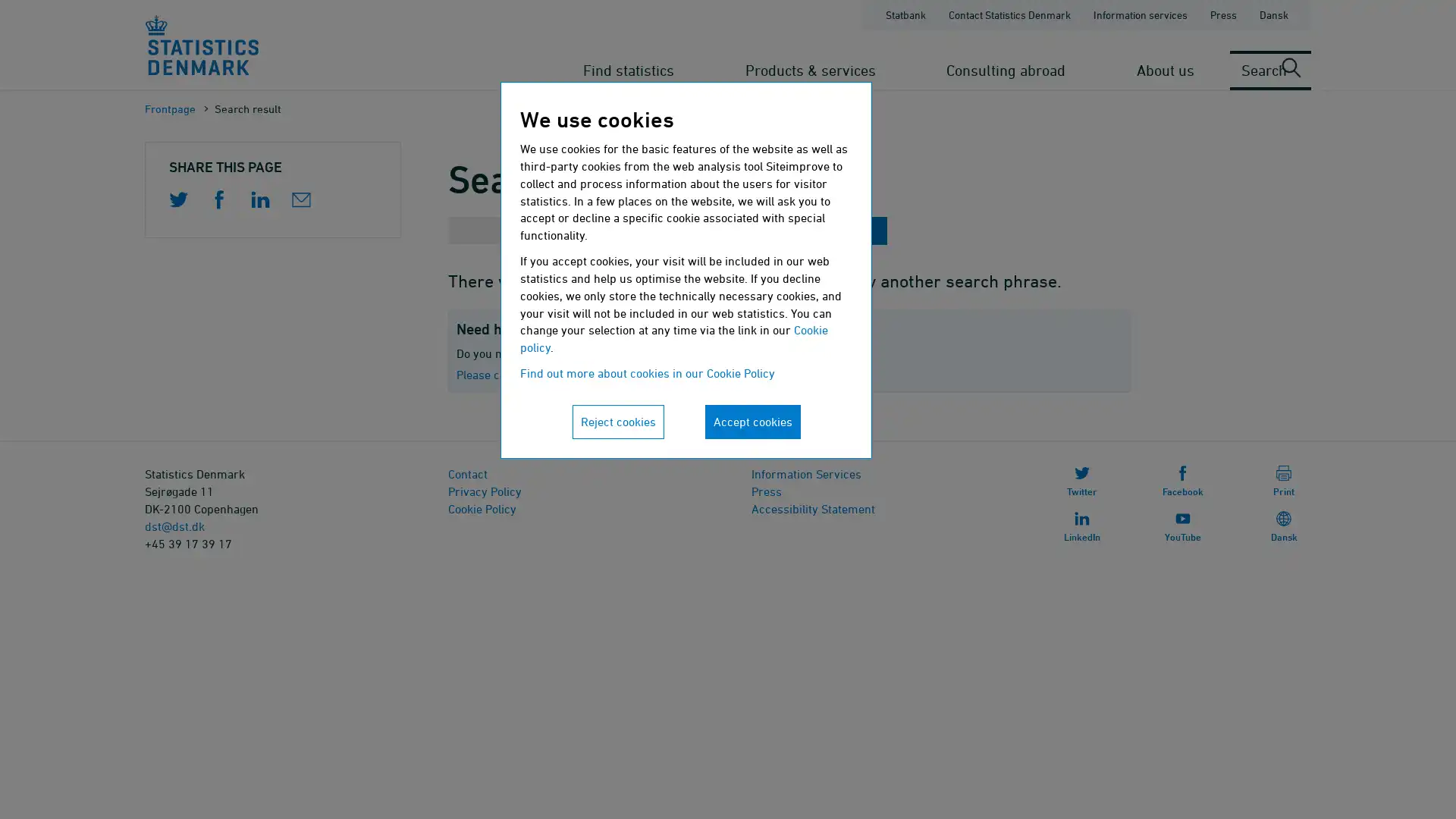  I want to click on Reject cookies, so click(617, 421).